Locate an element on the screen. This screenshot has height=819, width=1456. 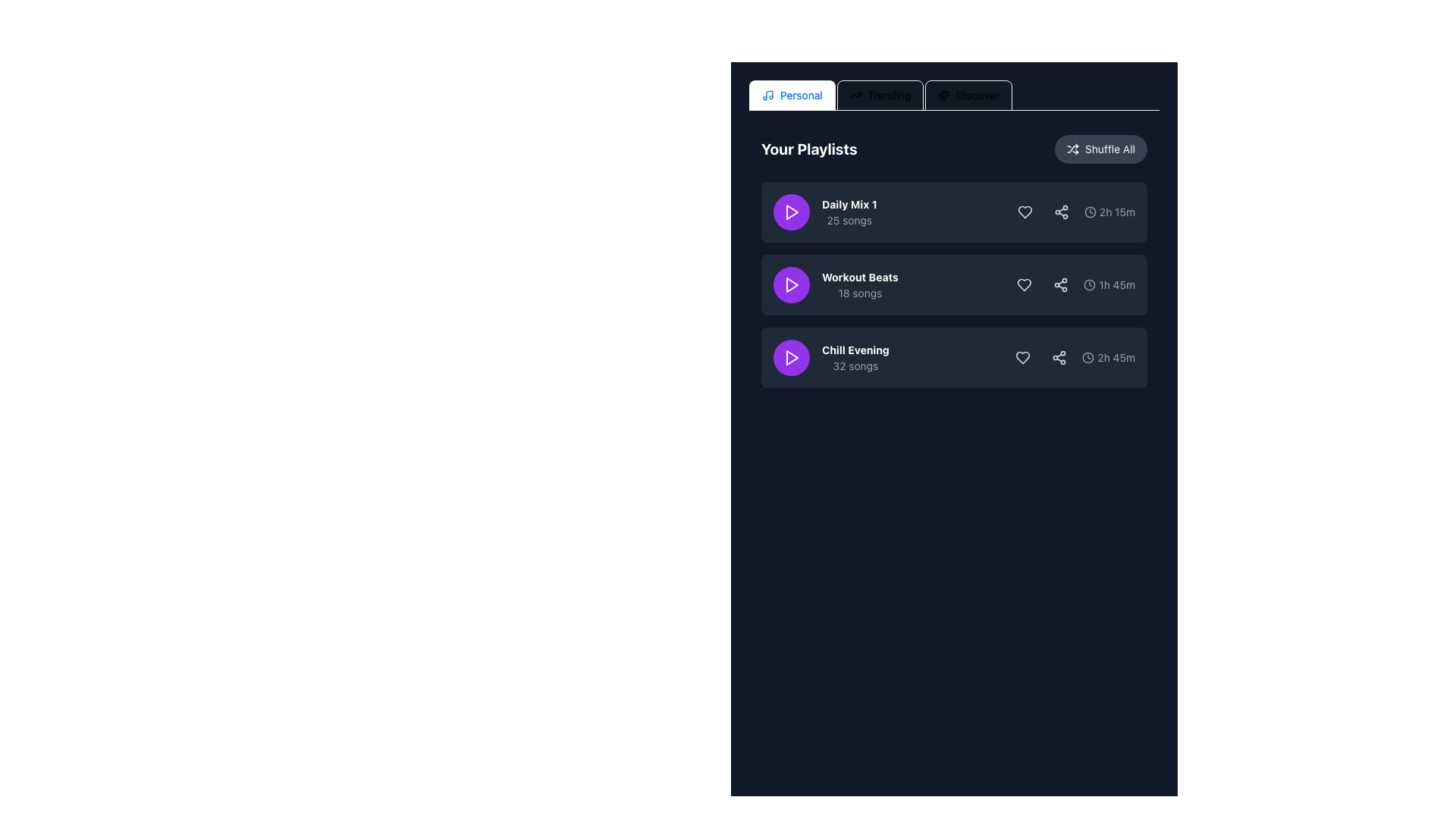
the circular purple button with a white play icon located in the 'Your Playlists' section, aligned with 'Workout Beats' is located at coordinates (790, 284).